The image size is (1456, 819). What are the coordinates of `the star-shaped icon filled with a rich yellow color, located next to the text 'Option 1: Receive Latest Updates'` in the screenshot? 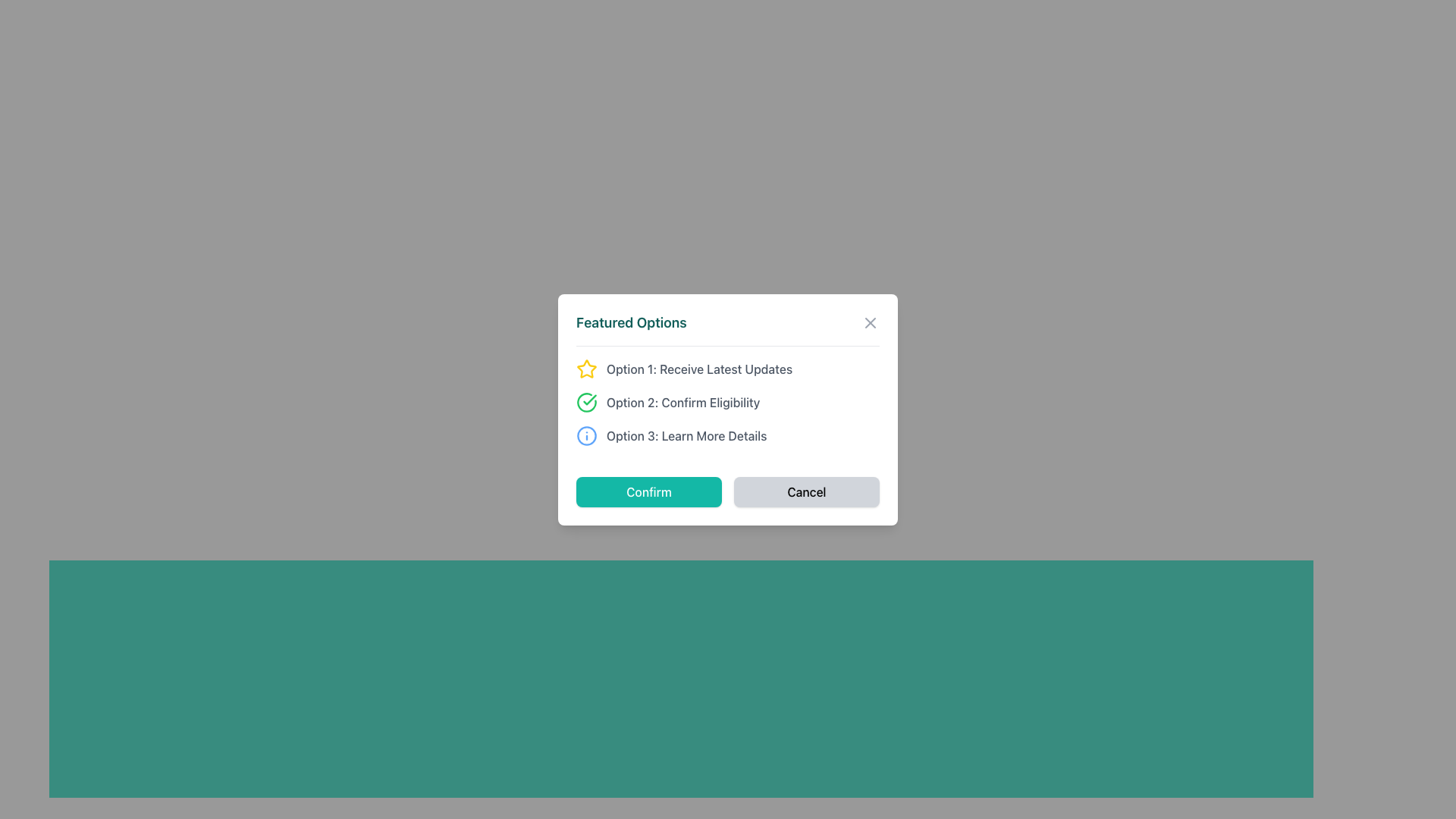 It's located at (585, 369).